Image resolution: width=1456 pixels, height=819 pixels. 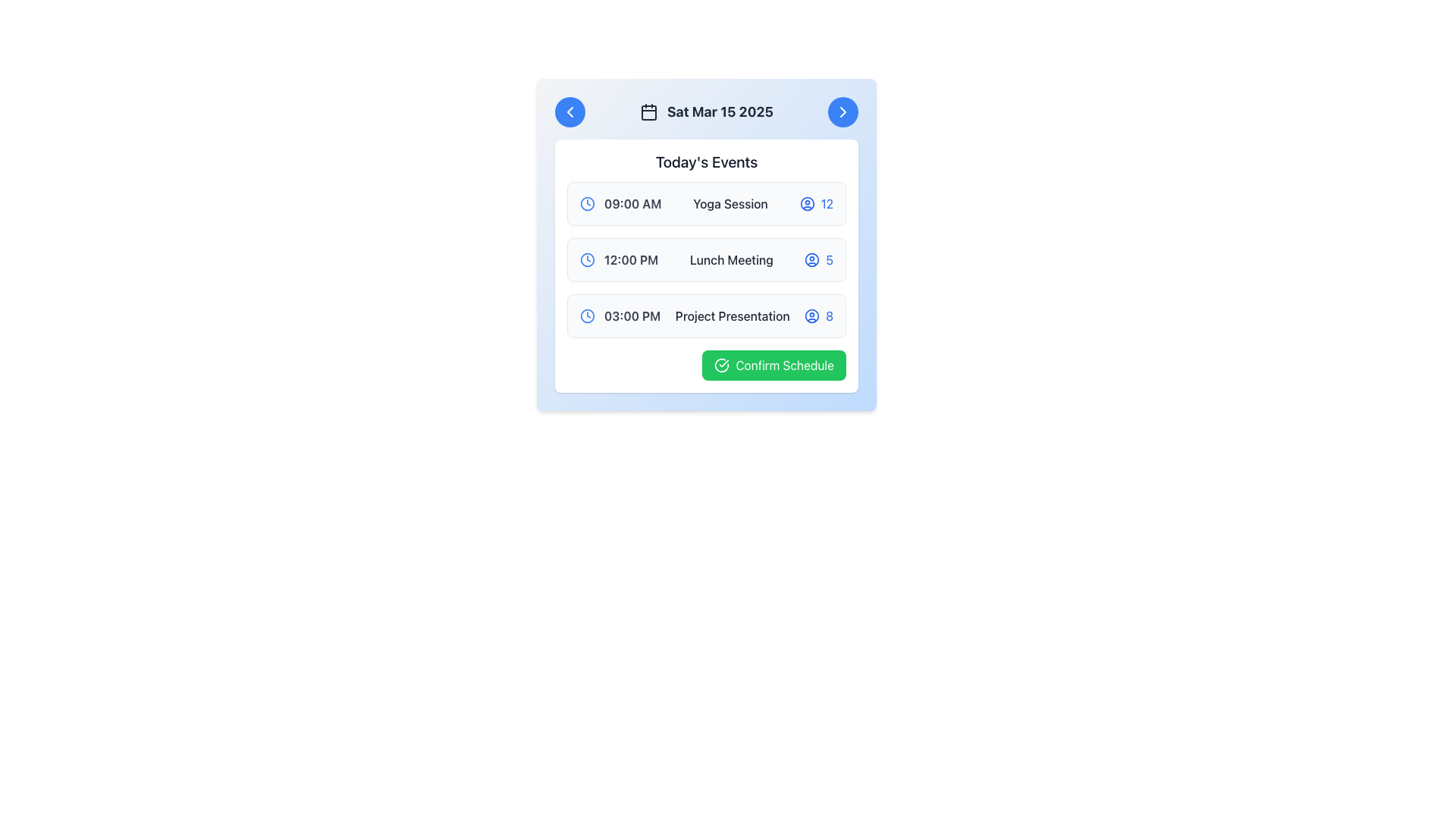 I want to click on the text component displaying '12:00 PM' in bold, gray font, located in the second row of the schedule list, adjacent to a blue clock icon, so click(x=631, y=259).